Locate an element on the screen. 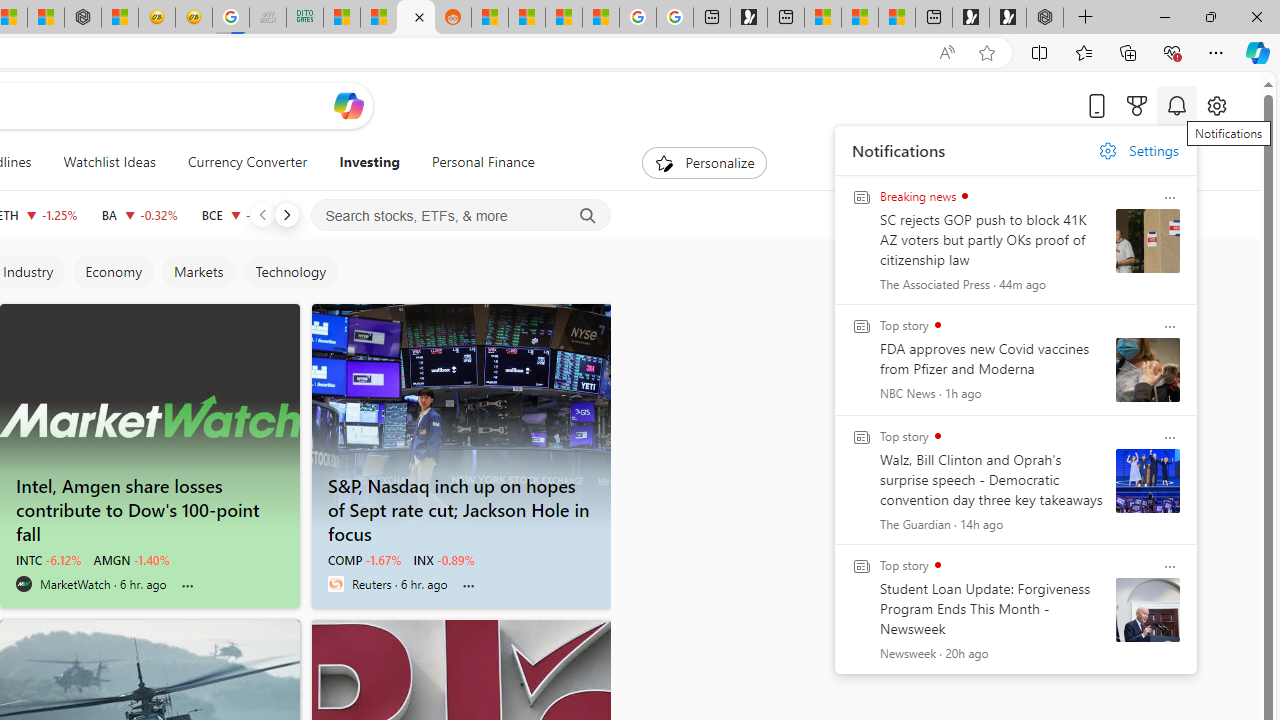 The width and height of the screenshot is (1280, 720). 'Technology' is located at coordinates (289, 272).